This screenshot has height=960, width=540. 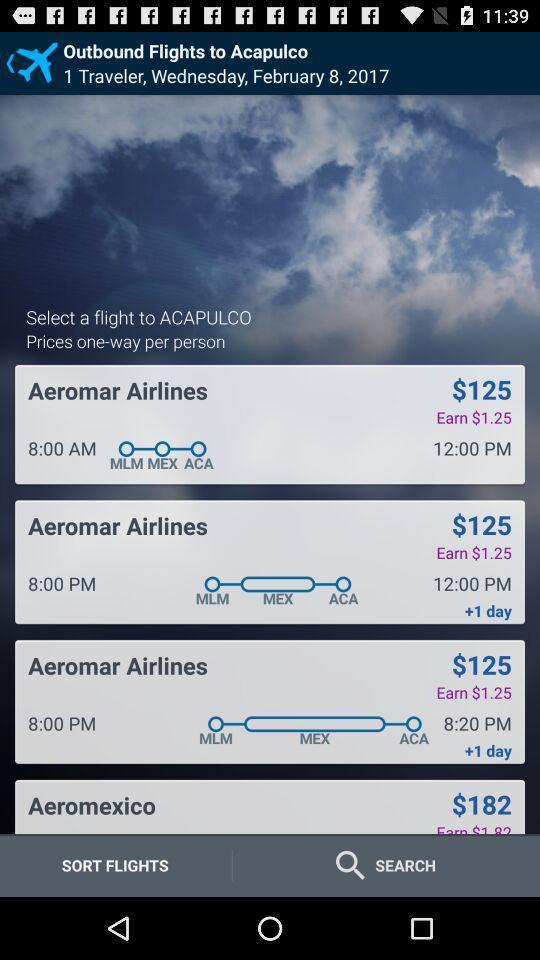 What do you see at coordinates (115, 864) in the screenshot?
I see `sort flights` at bounding box center [115, 864].